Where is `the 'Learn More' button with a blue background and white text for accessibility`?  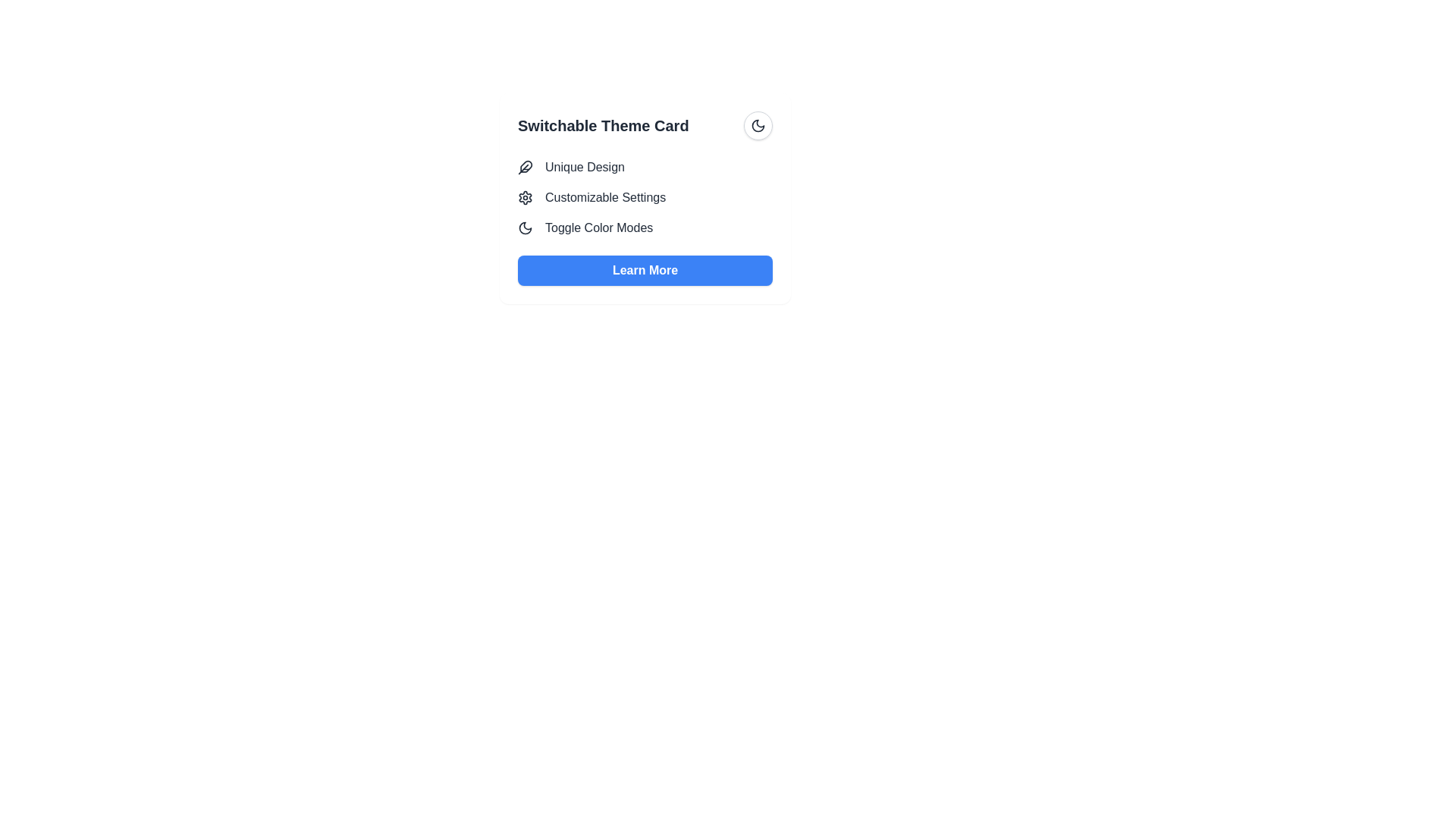
the 'Learn More' button with a blue background and white text for accessibility is located at coordinates (645, 270).